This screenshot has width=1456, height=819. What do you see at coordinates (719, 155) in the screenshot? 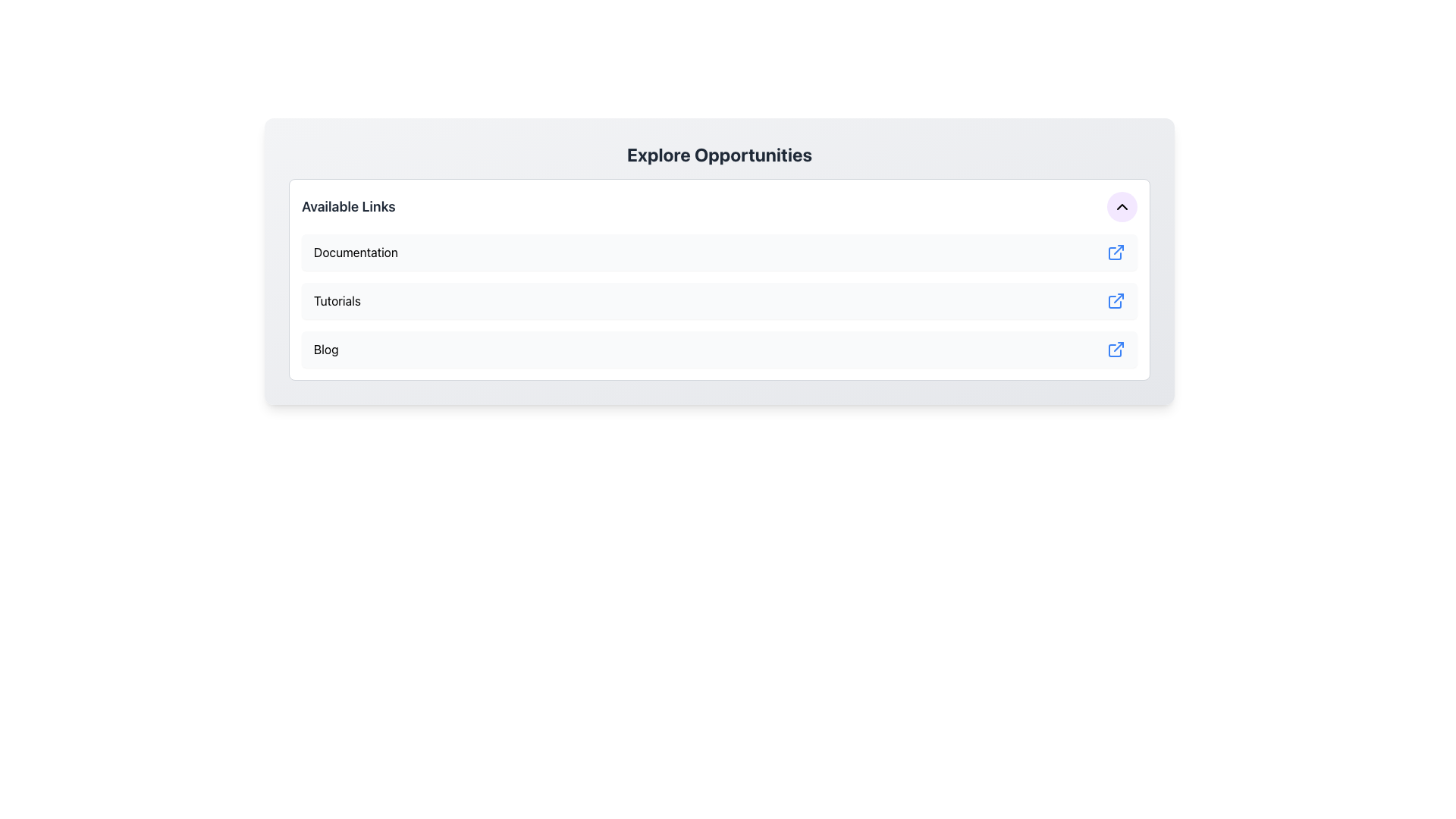
I see `text from the bold, large-size heading labeled 'Explore Opportunities' which is positioned at the top of a card-like section with a gradient background` at bounding box center [719, 155].